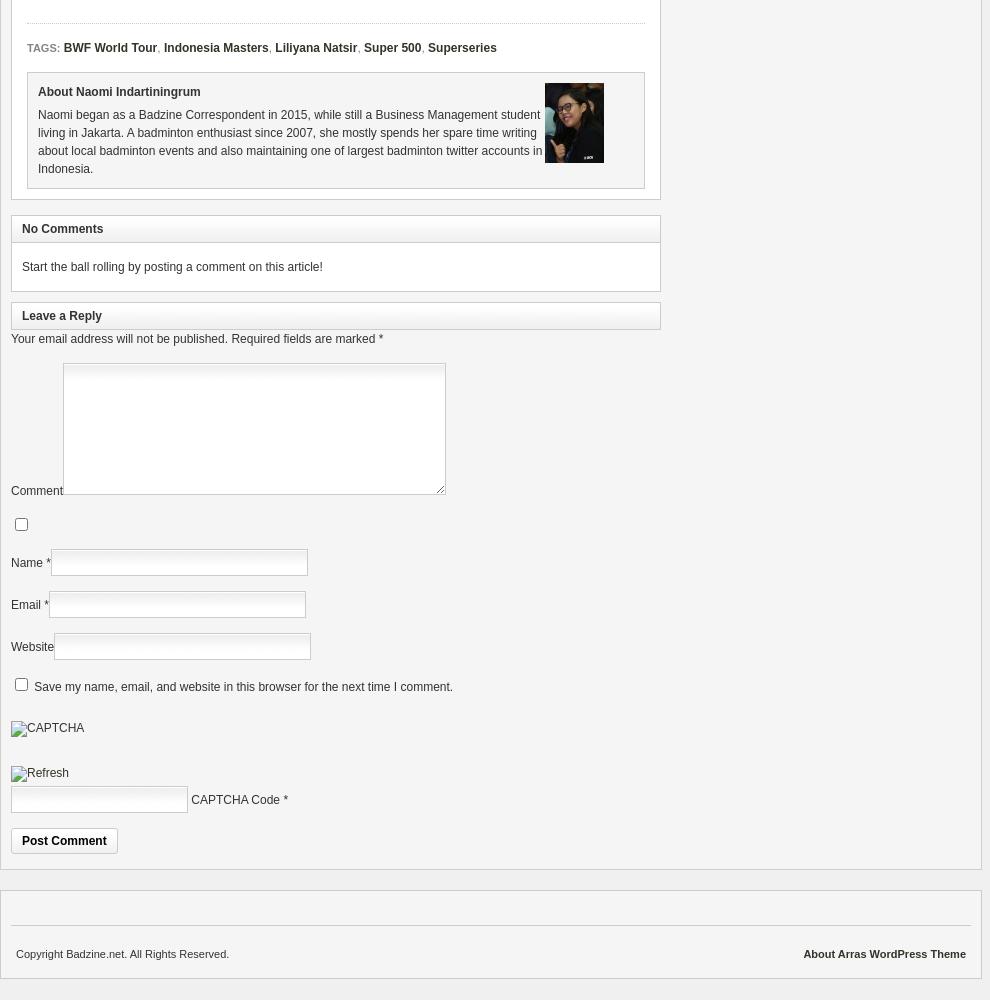 Image resolution: width=990 pixels, height=1000 pixels. I want to click on 'Website', so click(31, 647).